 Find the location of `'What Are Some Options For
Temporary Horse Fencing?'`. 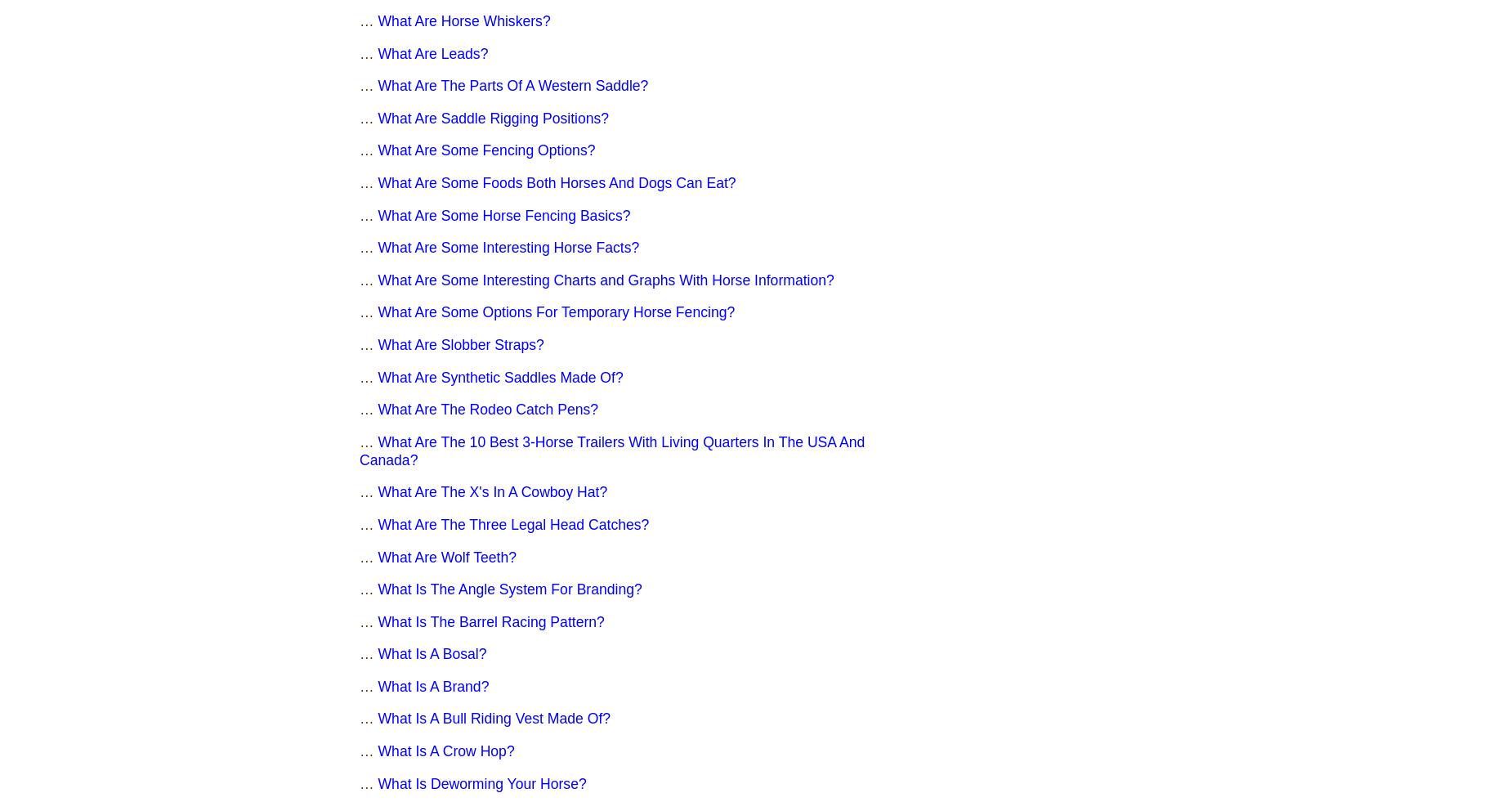

'What Are Some Options For
Temporary Horse Fencing?' is located at coordinates (556, 311).